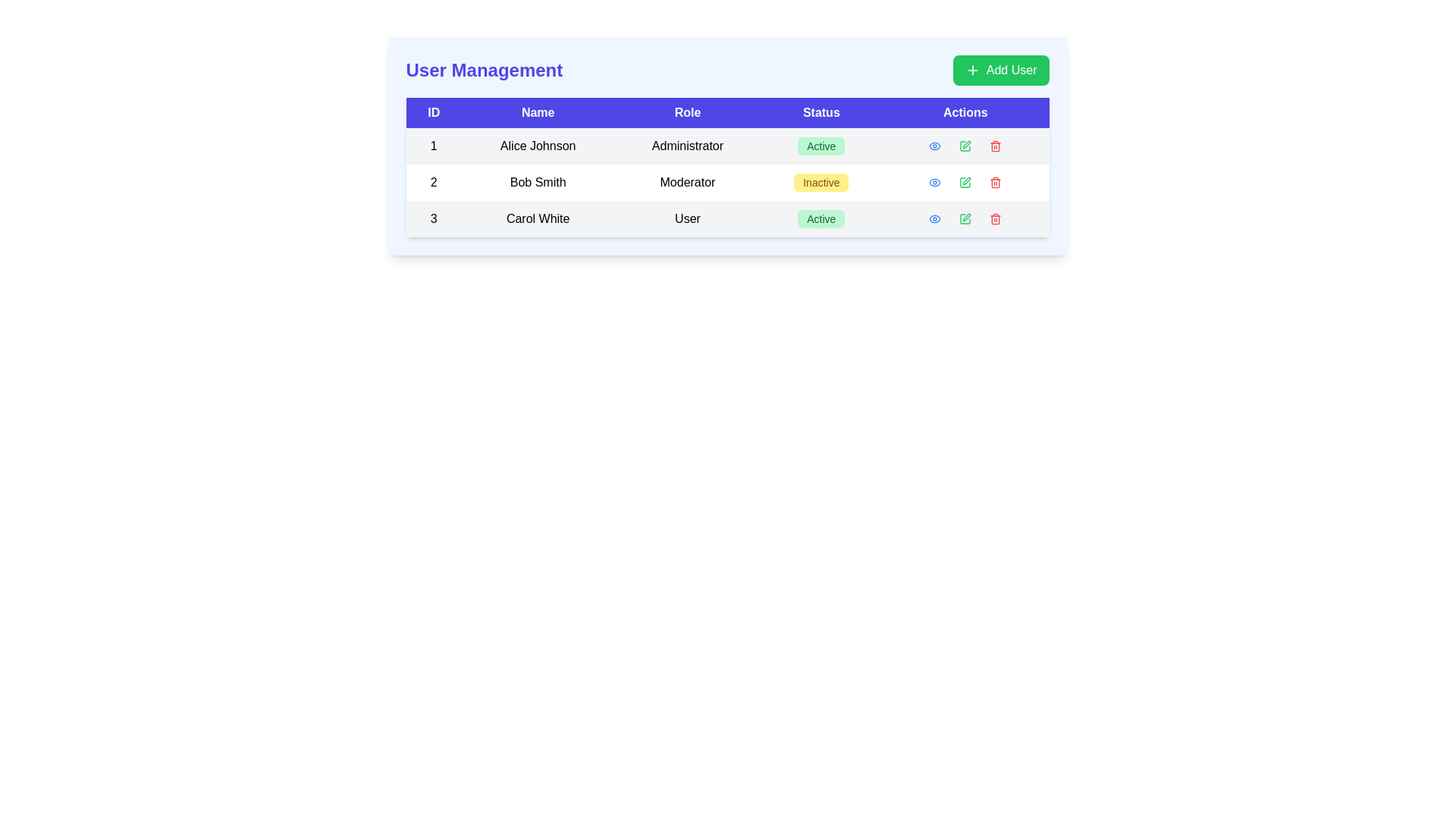 This screenshot has height=819, width=1456. Describe the element at coordinates (965, 219) in the screenshot. I see `the second icon from the left in the 'Actions' column of the user table for 'Carol White'` at that location.